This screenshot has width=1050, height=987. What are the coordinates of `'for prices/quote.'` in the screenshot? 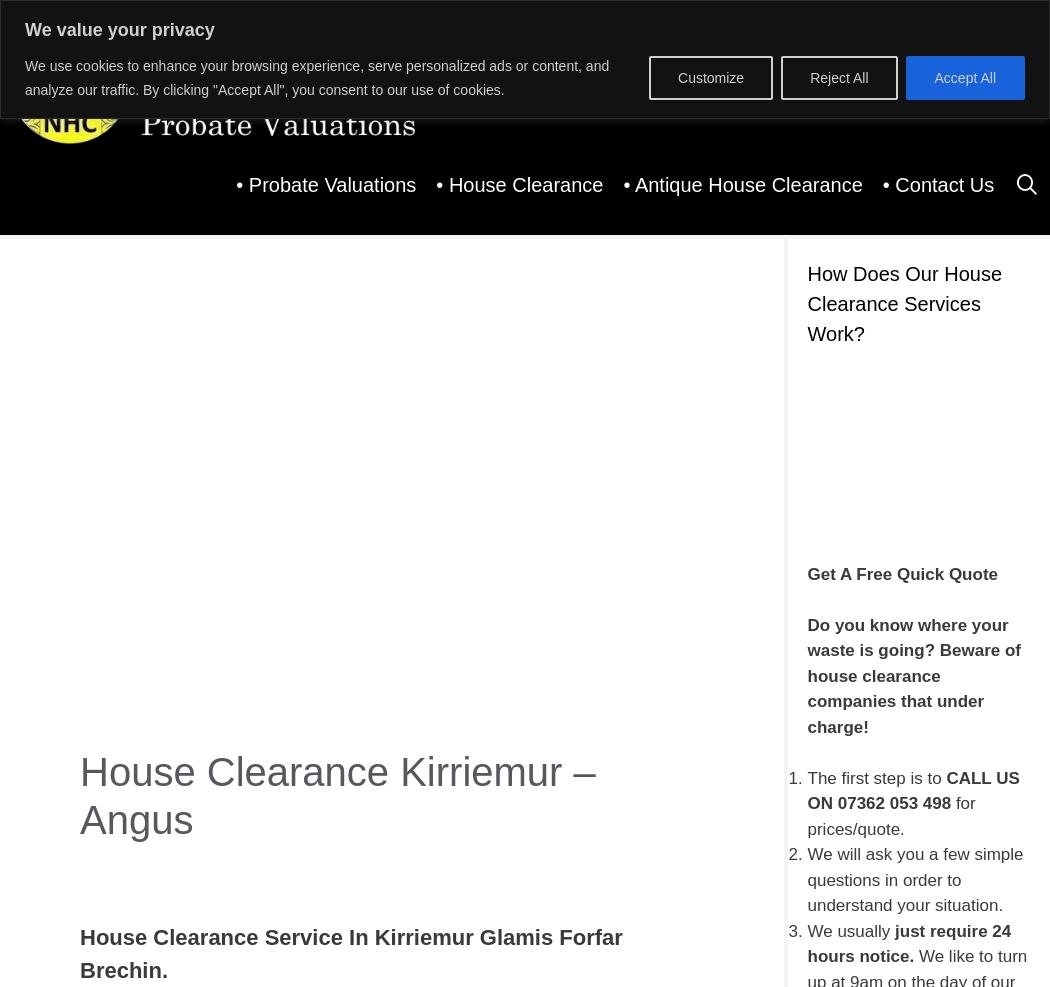 It's located at (890, 815).